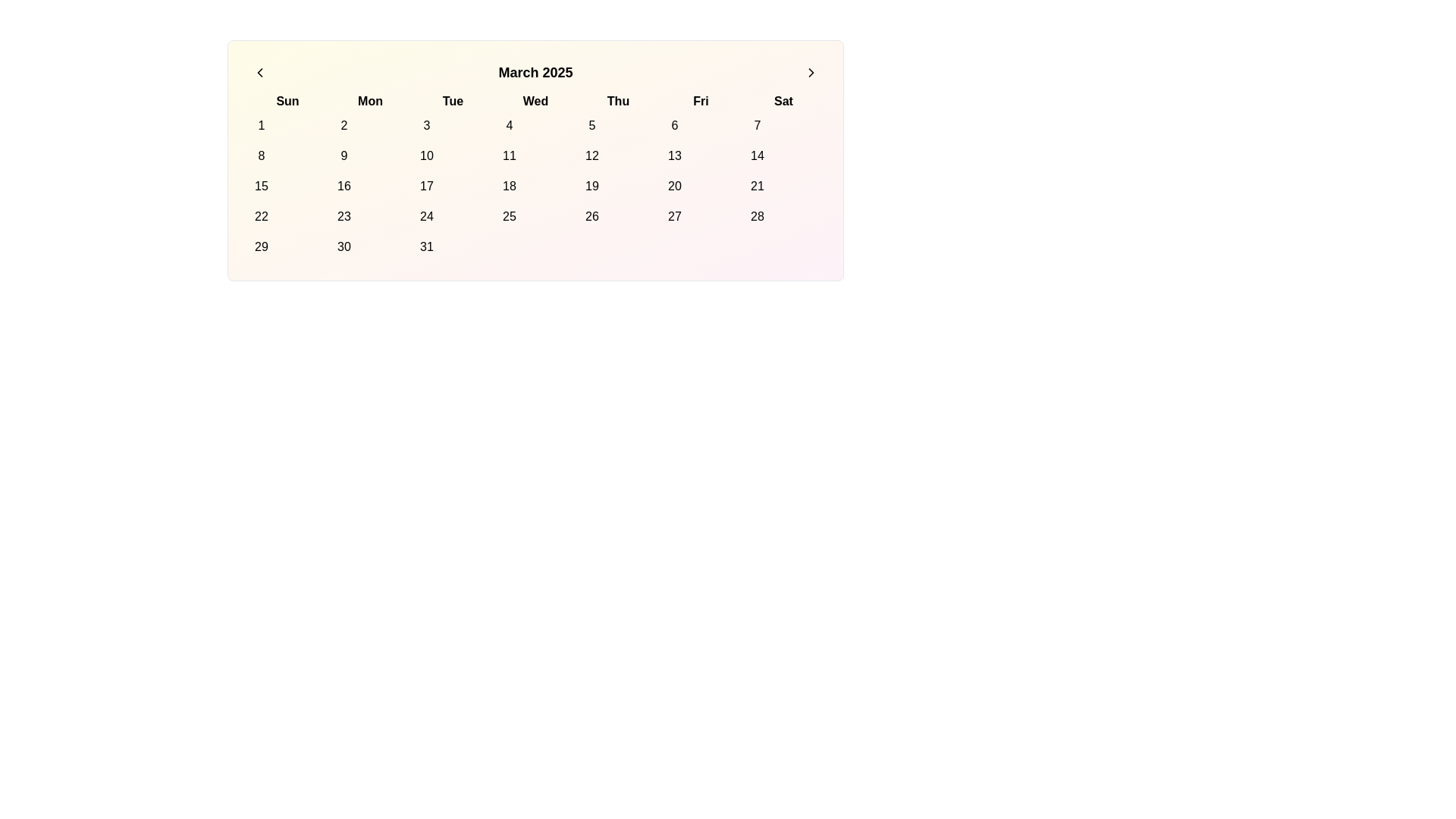  Describe the element at coordinates (262, 186) in the screenshot. I see `the button representing the calendar day '15' located in the fourth row and first column under the 'Sun' column header` at that location.